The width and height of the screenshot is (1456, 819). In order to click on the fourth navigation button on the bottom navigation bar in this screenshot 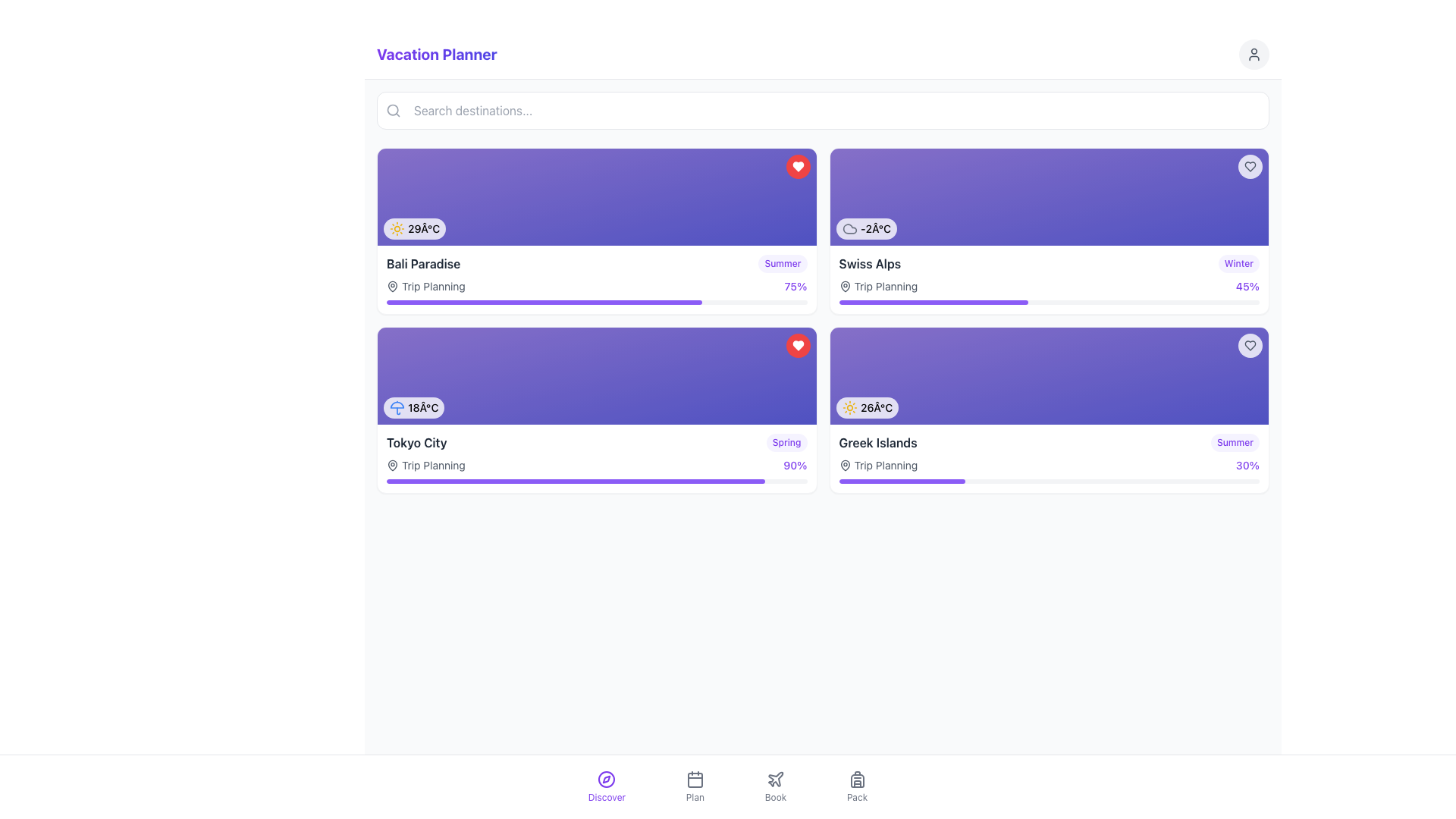, I will do `click(857, 786)`.